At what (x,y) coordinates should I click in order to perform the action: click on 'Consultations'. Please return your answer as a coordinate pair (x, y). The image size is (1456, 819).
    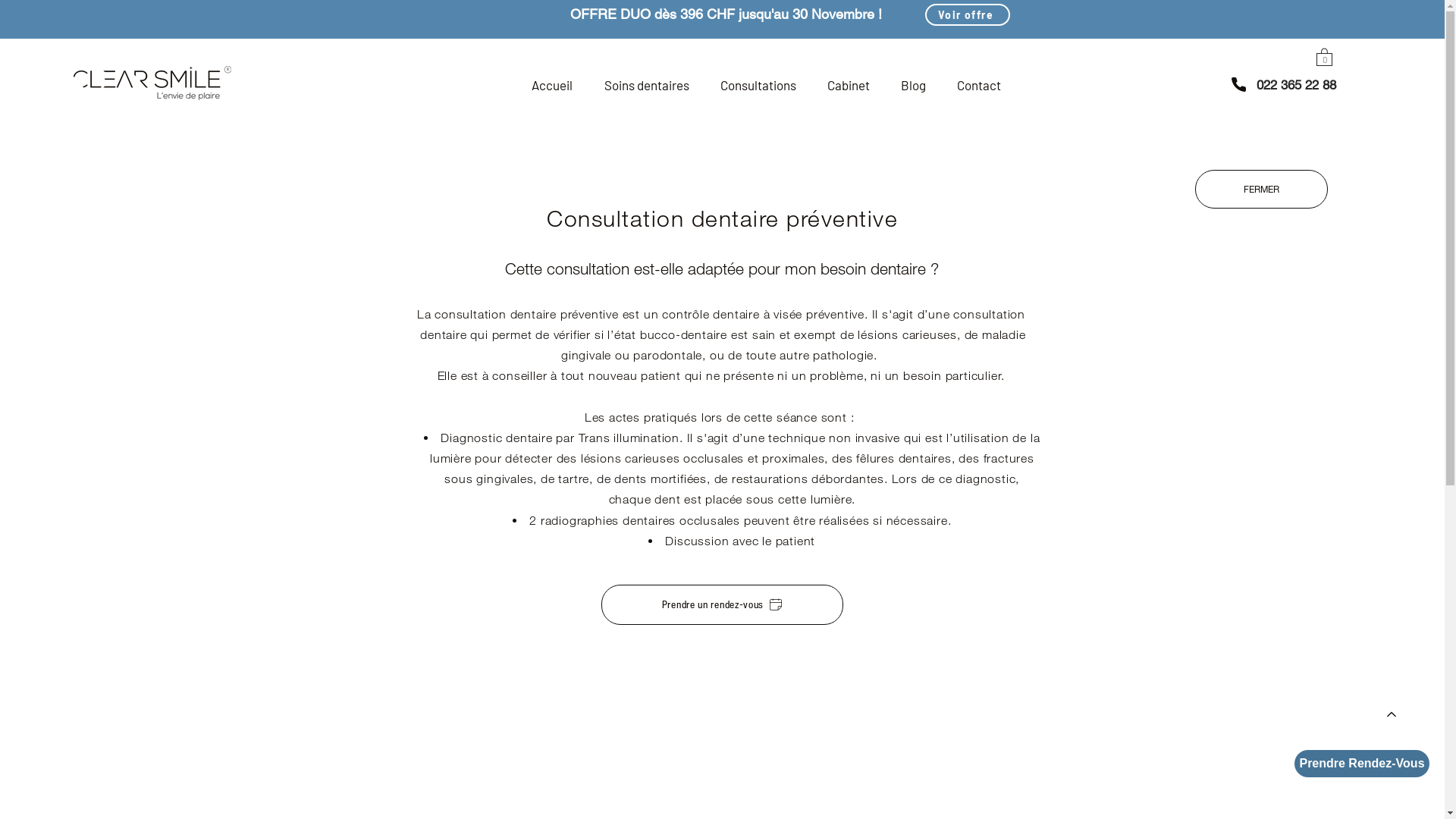
    Looking at the image, I should click on (704, 84).